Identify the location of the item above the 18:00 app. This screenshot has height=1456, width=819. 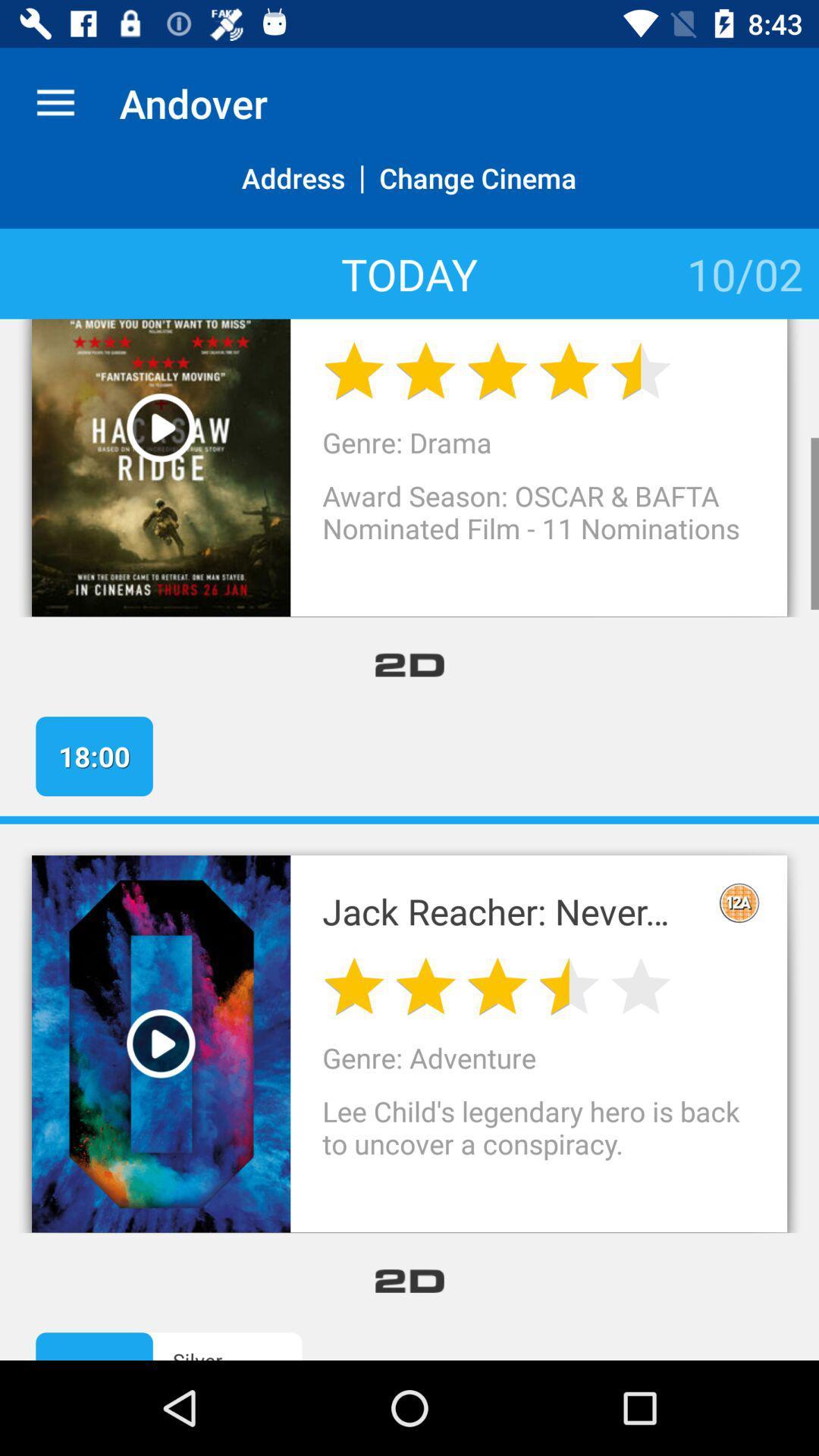
(409, 664).